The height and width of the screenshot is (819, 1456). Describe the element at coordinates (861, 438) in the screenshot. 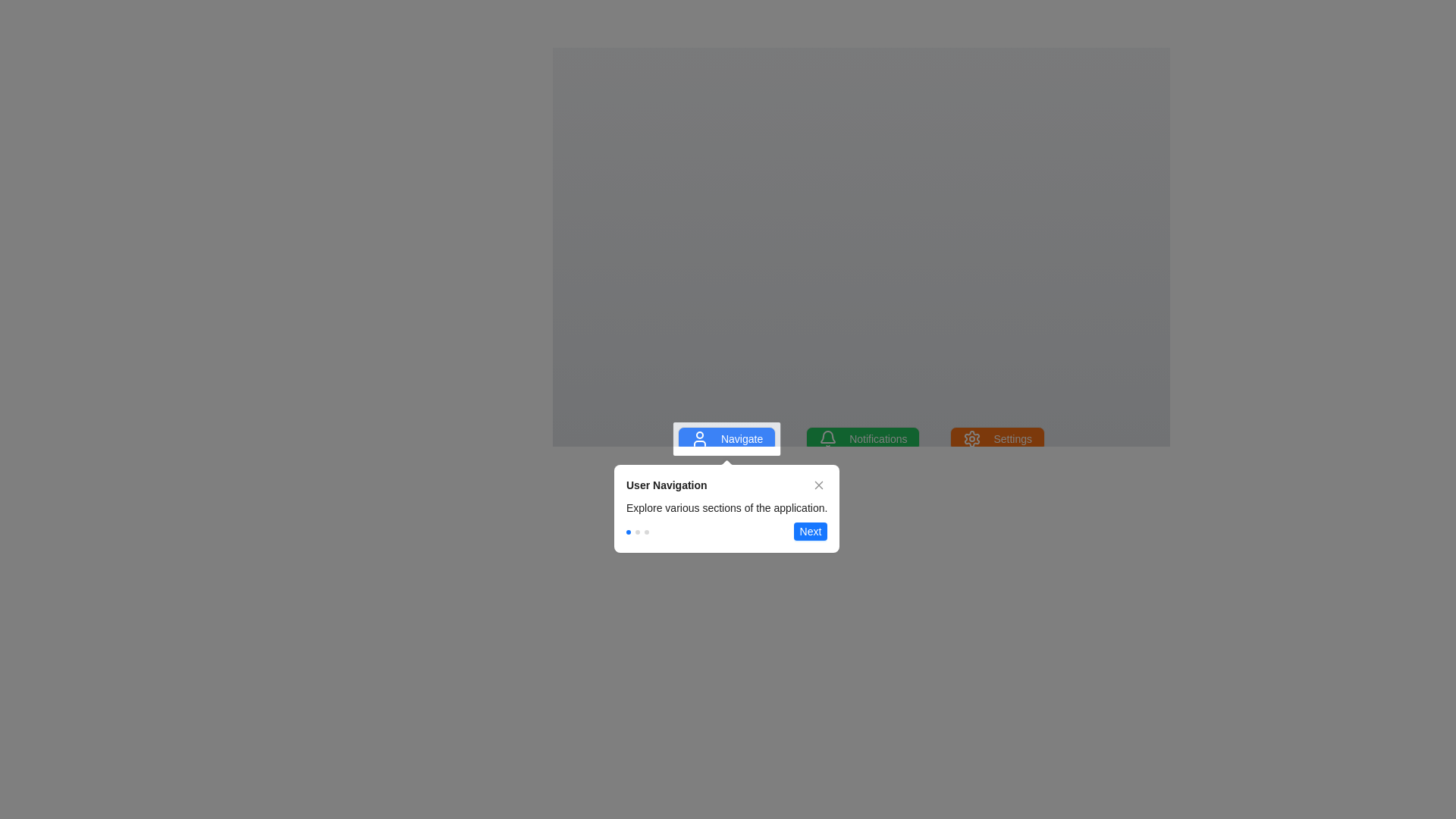

I see `the 'Notifications' button` at that location.